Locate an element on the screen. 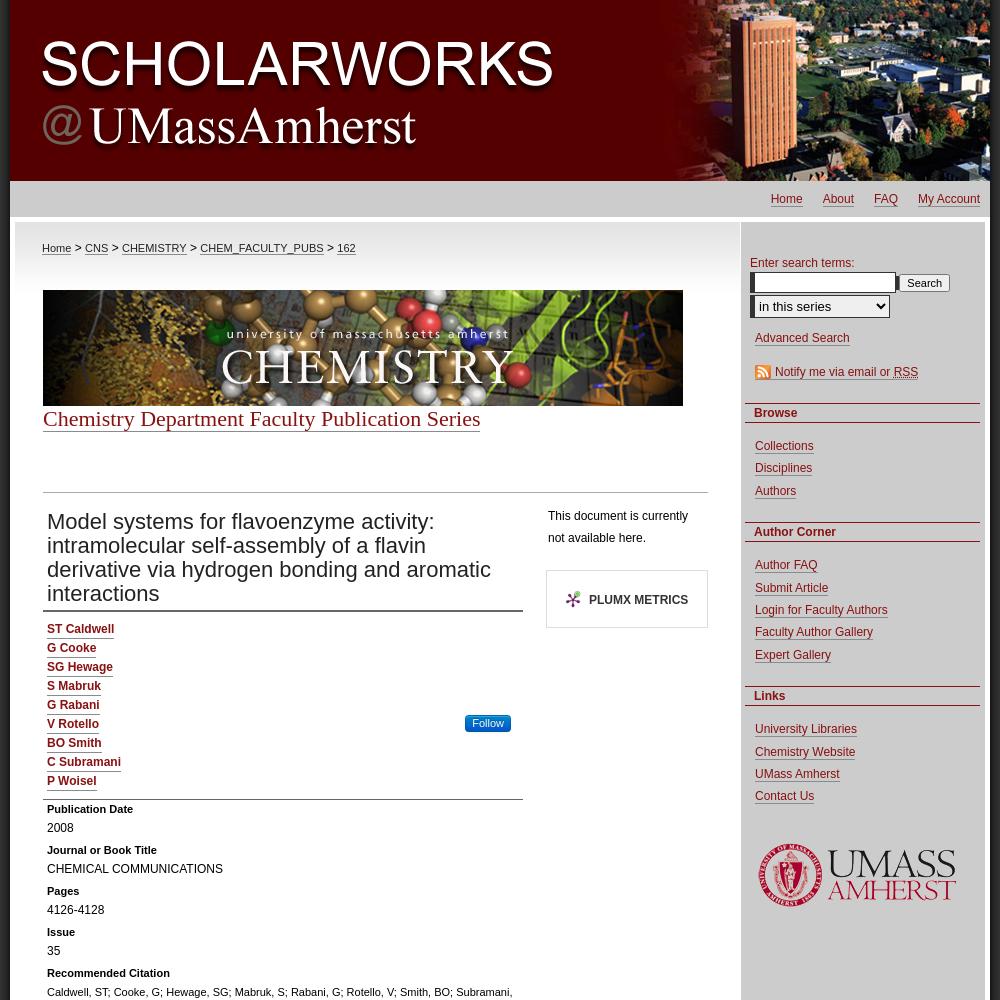 Image resolution: width=1000 pixels, height=1000 pixels. 'Recommended Citation' is located at coordinates (107, 972).